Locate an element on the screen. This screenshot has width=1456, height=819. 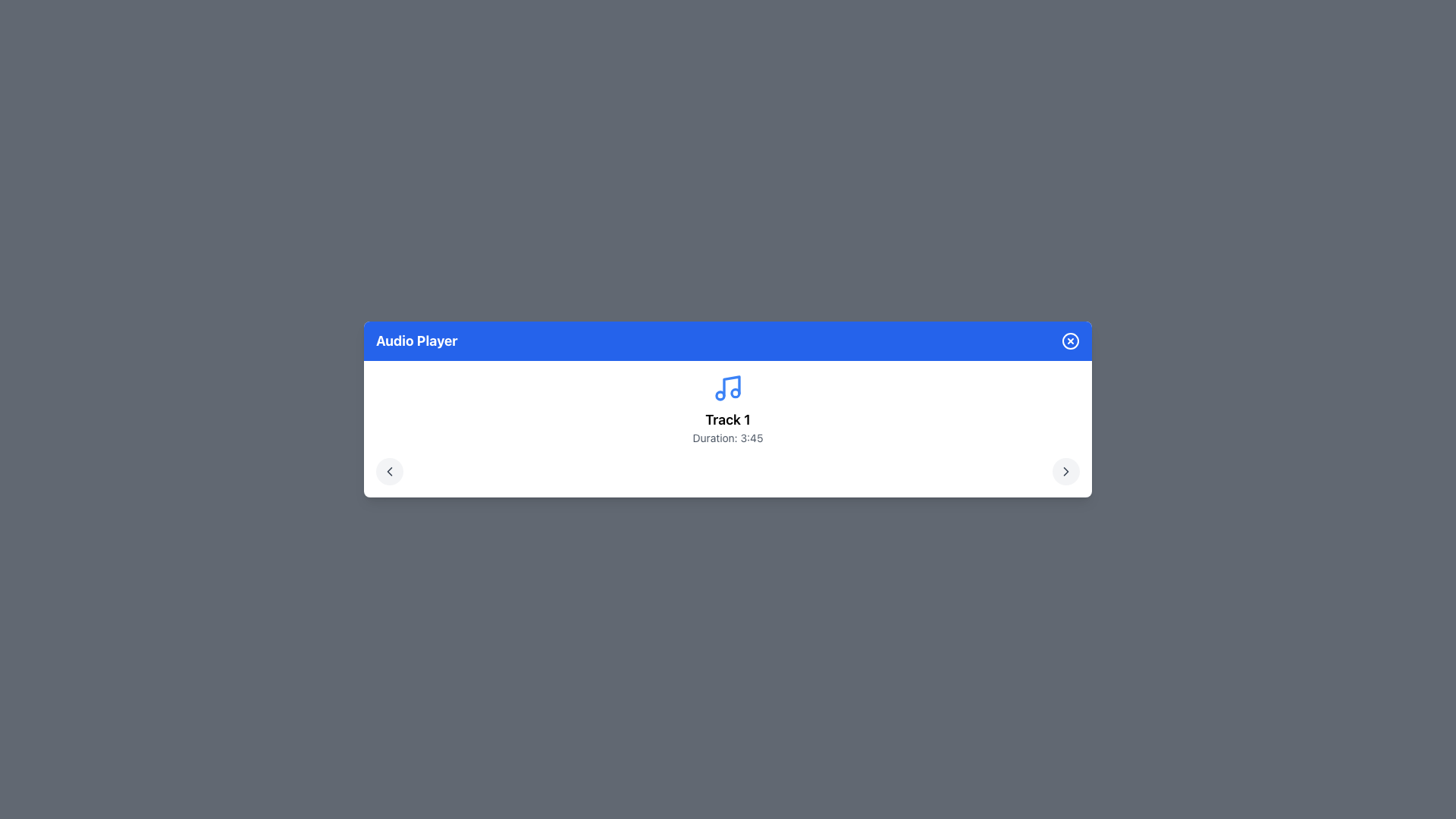
the title text label of the audio track, which is positioned at the upper-central part of the audio player interface is located at coordinates (728, 420).